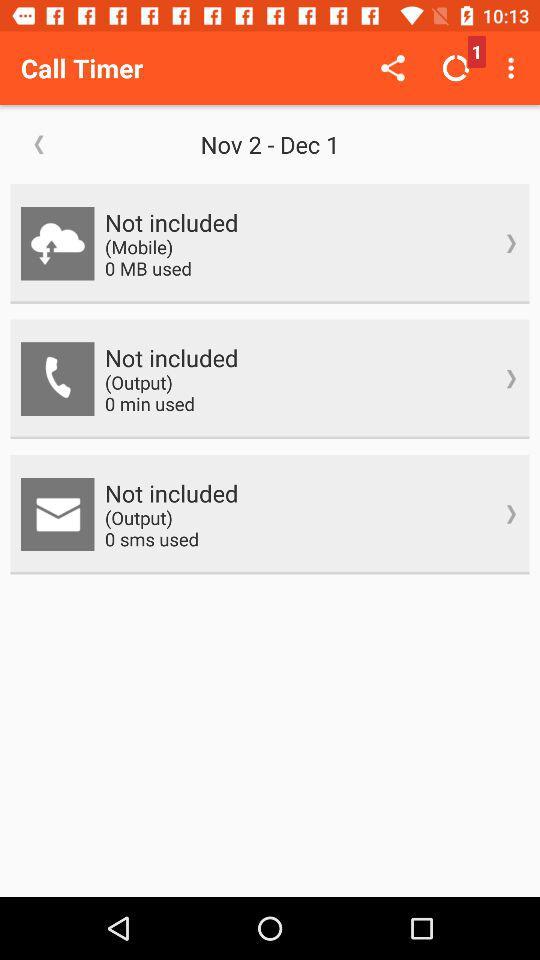 This screenshot has width=540, height=960. I want to click on the item above not included mobile icon, so click(513, 68).